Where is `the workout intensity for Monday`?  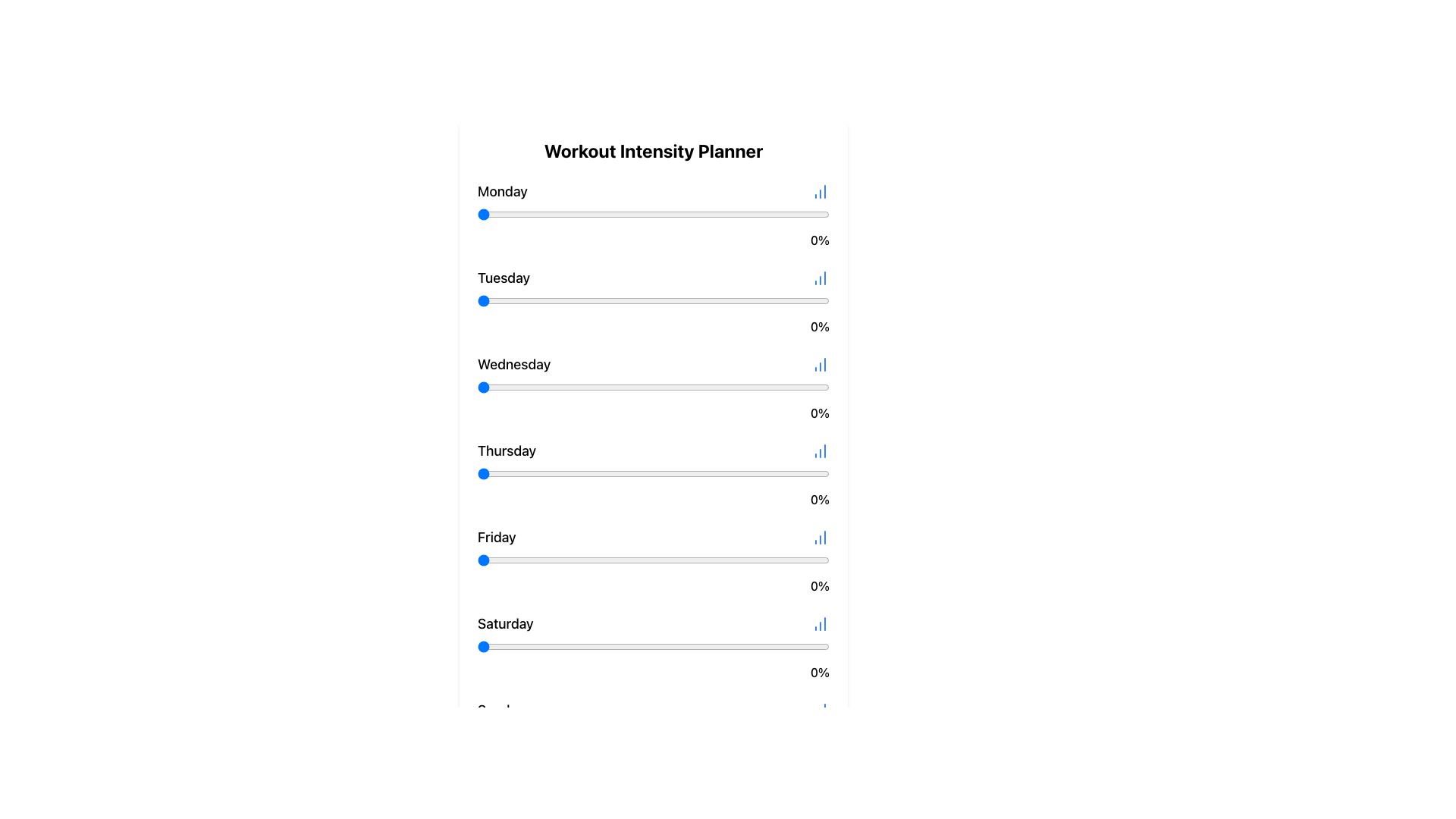
the workout intensity for Monday is located at coordinates (709, 214).